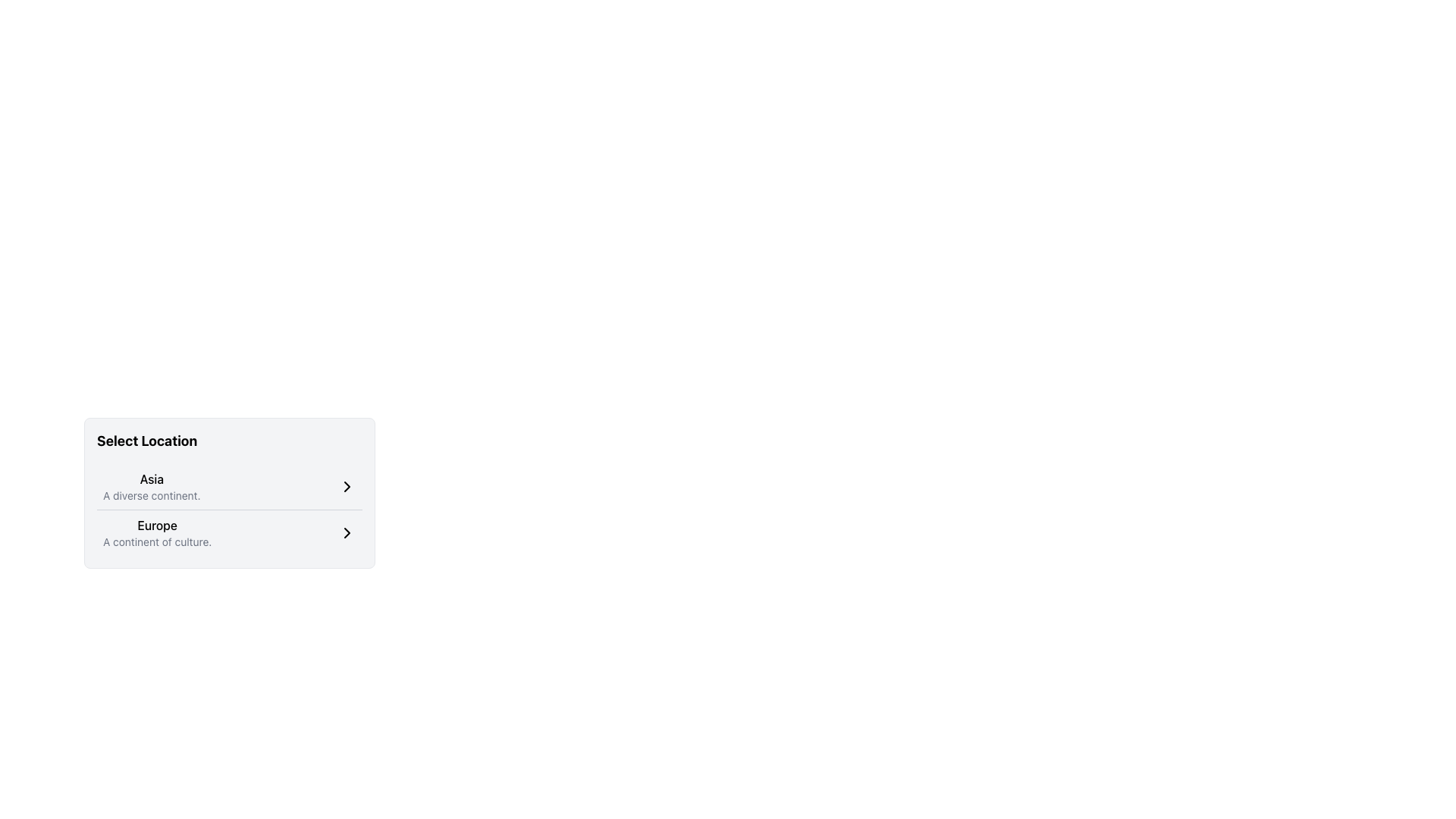 Image resolution: width=1456 pixels, height=819 pixels. What do you see at coordinates (152, 486) in the screenshot?
I see `the selectable text block representing the continent Asia, located at the top of the list under 'Select Location.'` at bounding box center [152, 486].